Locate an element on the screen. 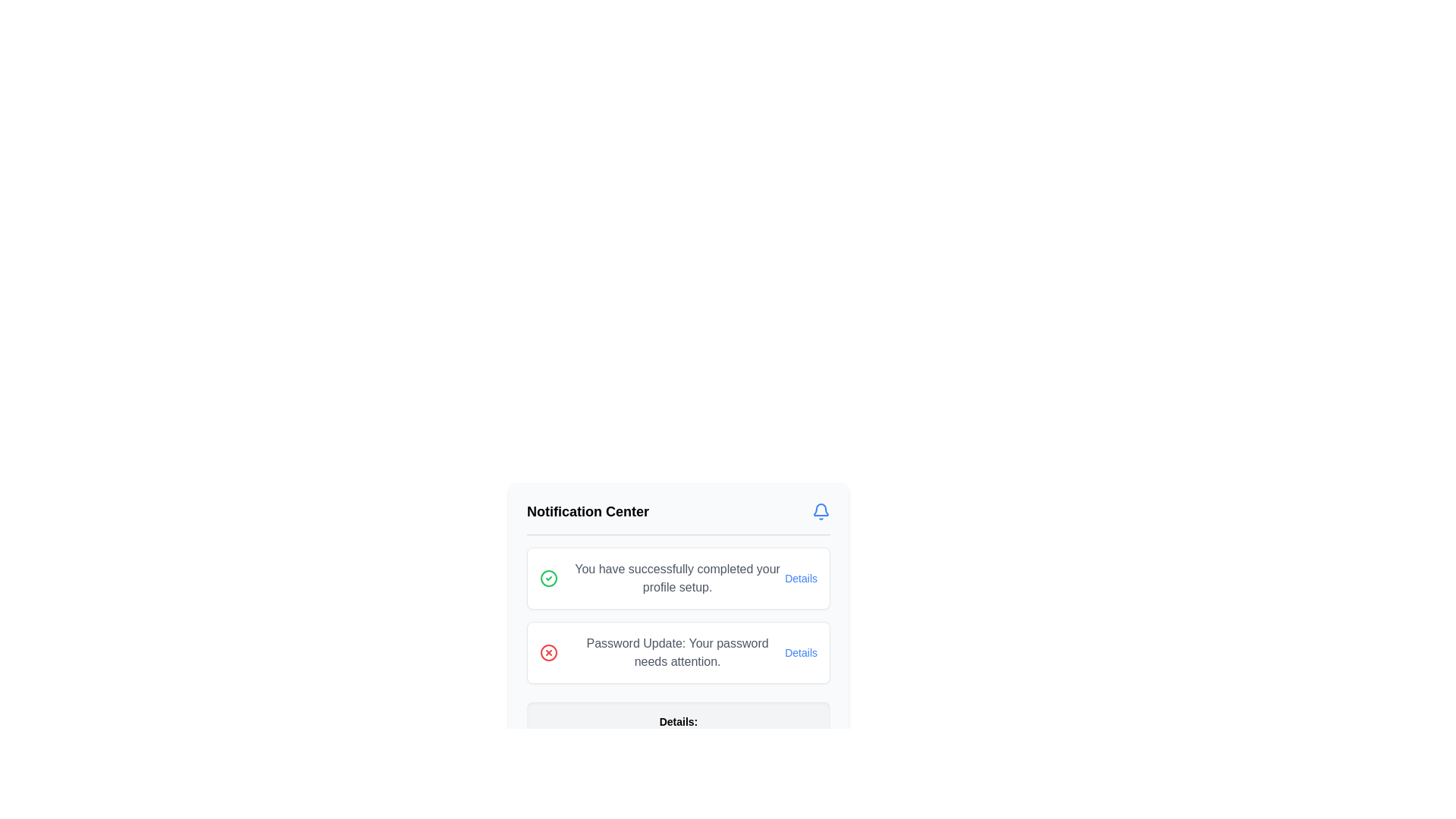 The width and height of the screenshot is (1456, 819). text label 'Details:' which is a bold, small-sized text positioned at the top of a section, serving as a header within a gray rounded box is located at coordinates (677, 721).